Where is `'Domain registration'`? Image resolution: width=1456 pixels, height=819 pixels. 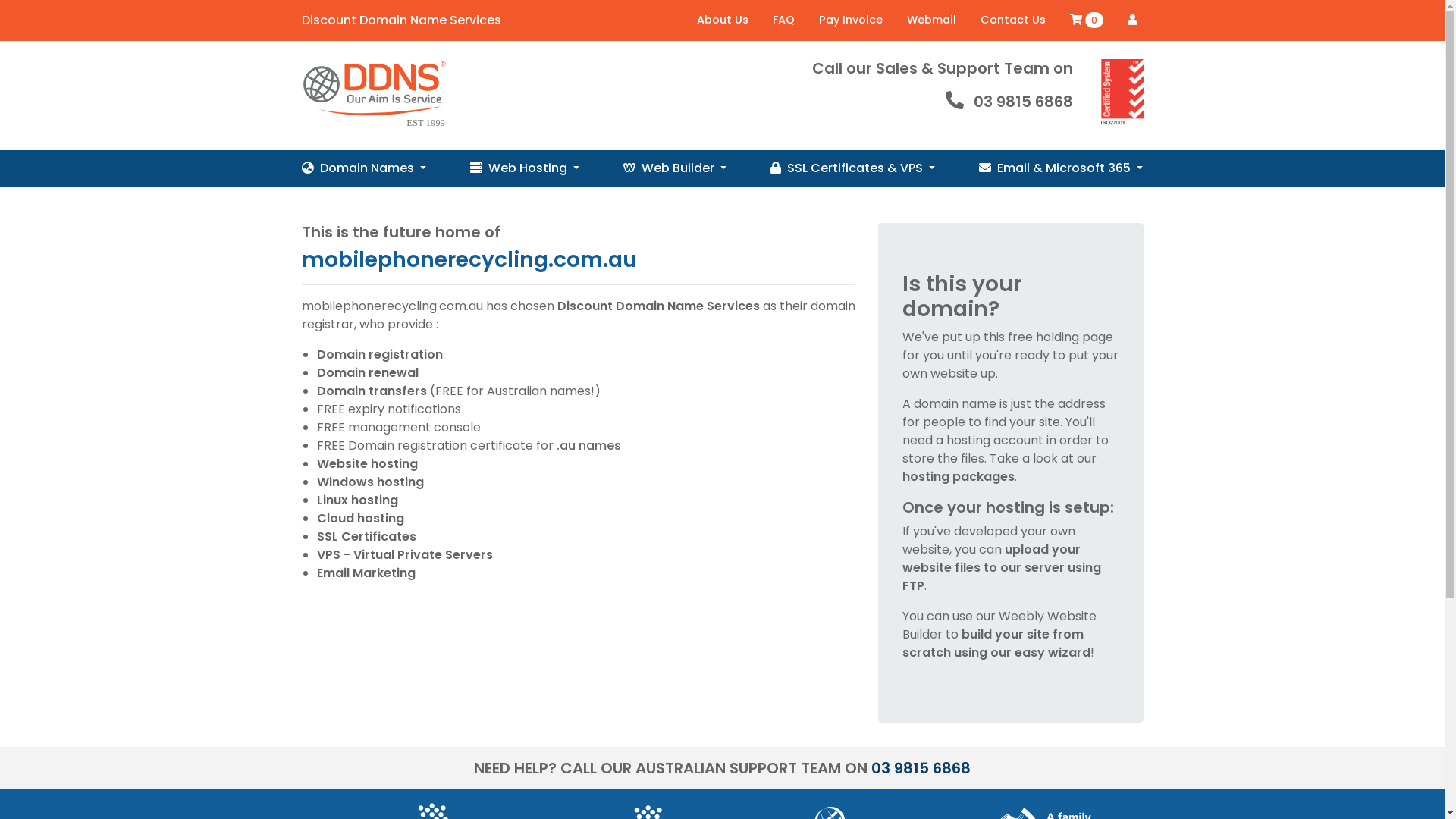
'Domain registration' is located at coordinates (379, 354).